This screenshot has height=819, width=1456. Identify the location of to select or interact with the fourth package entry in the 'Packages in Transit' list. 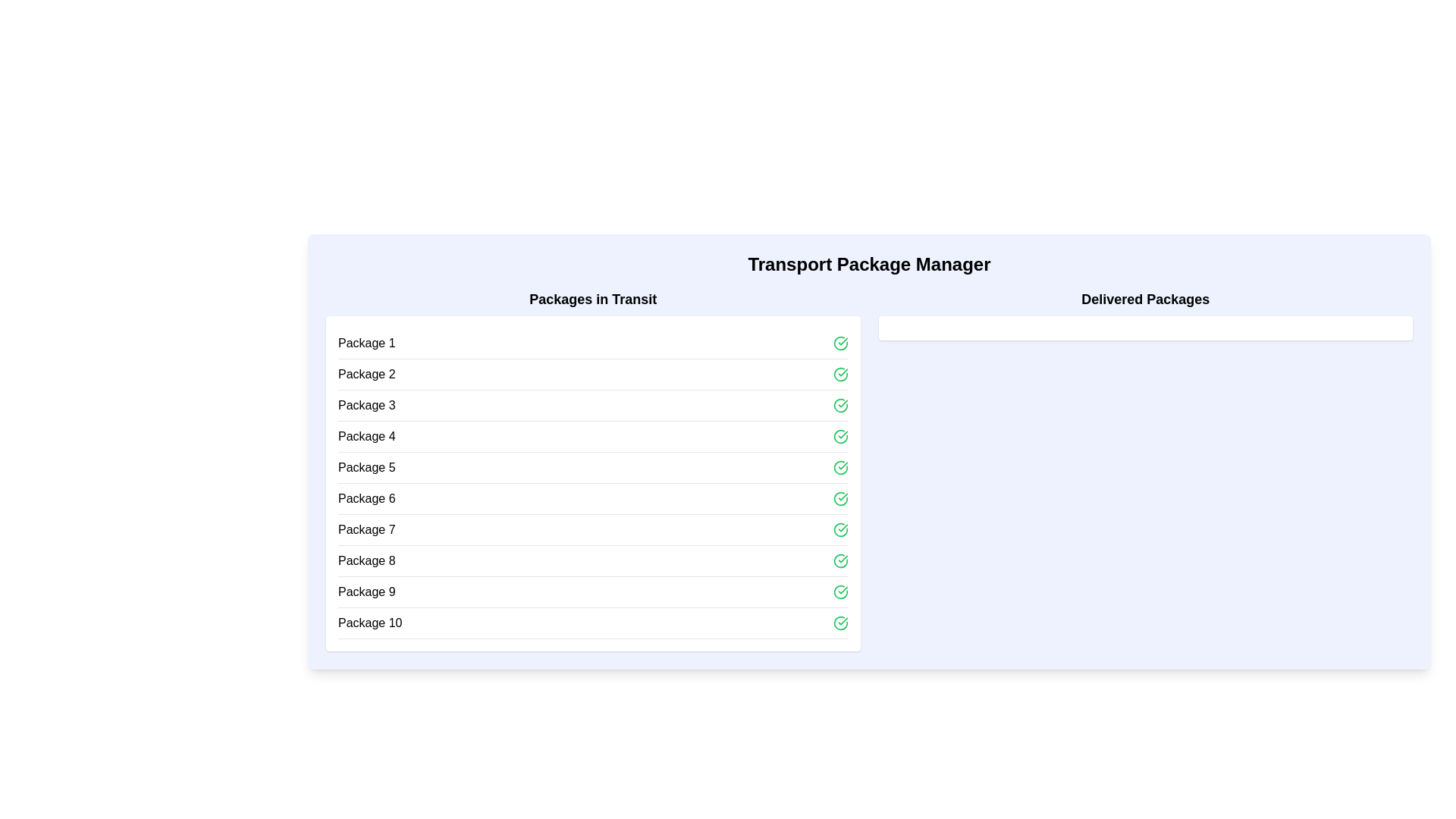
(592, 437).